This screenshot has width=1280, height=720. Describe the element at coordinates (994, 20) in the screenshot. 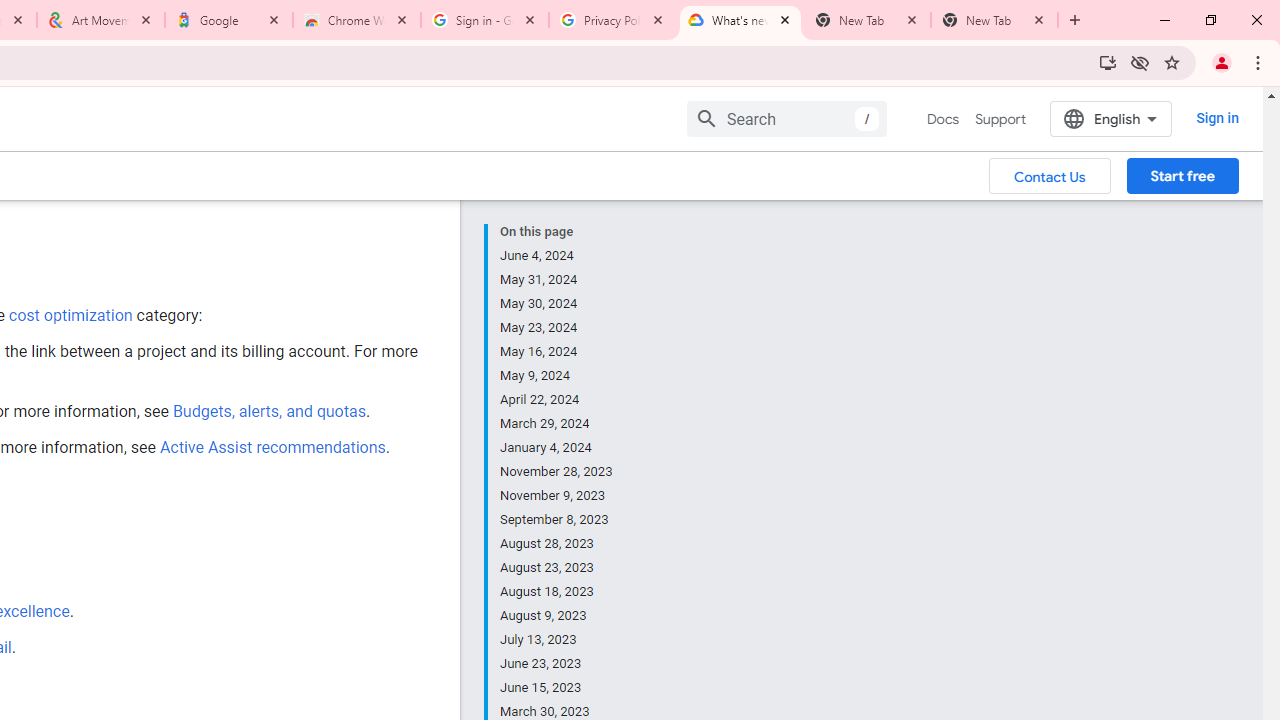

I see `'New Tab'` at that location.